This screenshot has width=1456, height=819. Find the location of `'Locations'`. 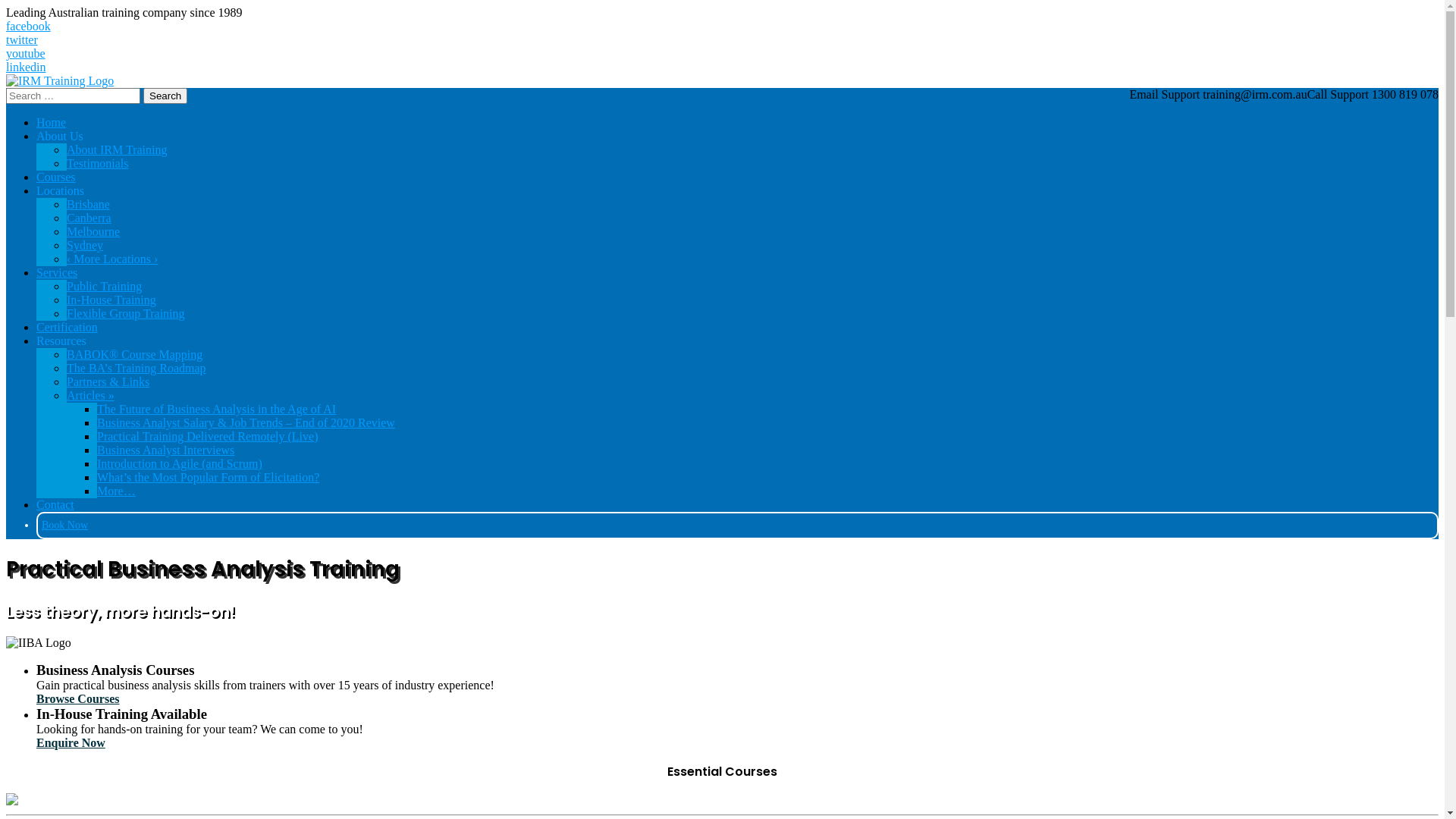

'Locations' is located at coordinates (36, 190).